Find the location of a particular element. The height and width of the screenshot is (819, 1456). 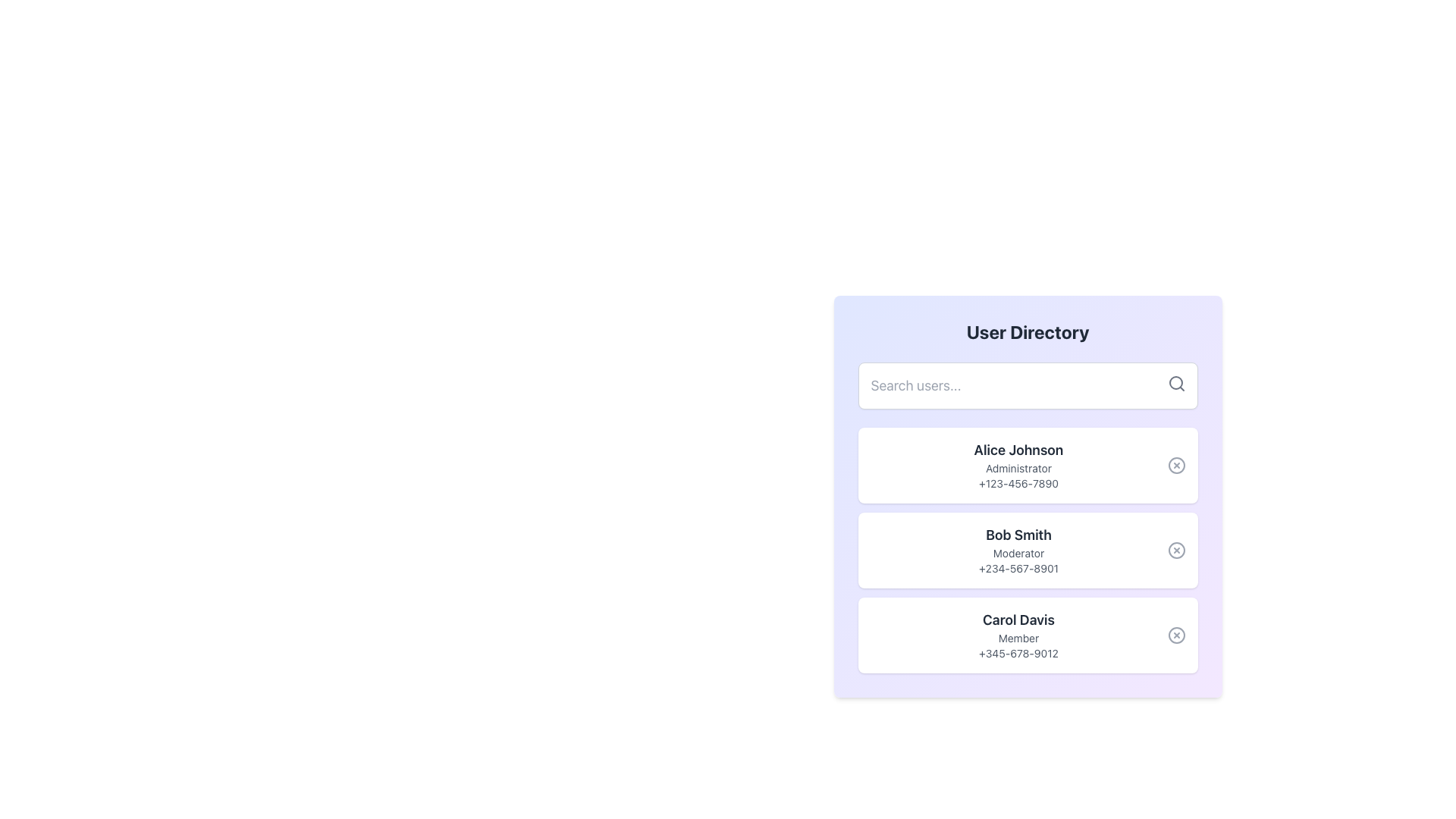

the 'Administrator' label located below 'Alice Johnson' and above '+123-456-7890' in the first user card of the 'User Directory' is located at coordinates (1018, 467).